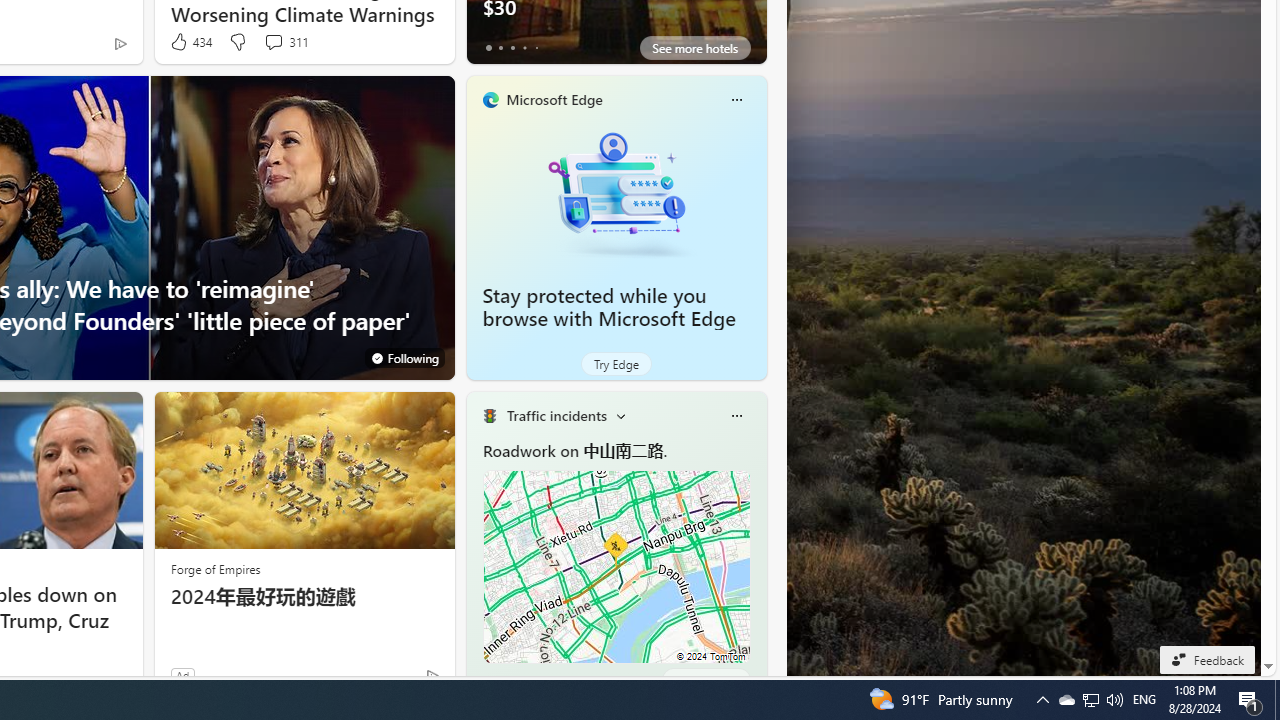 The width and height of the screenshot is (1280, 720). What do you see at coordinates (705, 679) in the screenshot?
I see `'See on map'` at bounding box center [705, 679].